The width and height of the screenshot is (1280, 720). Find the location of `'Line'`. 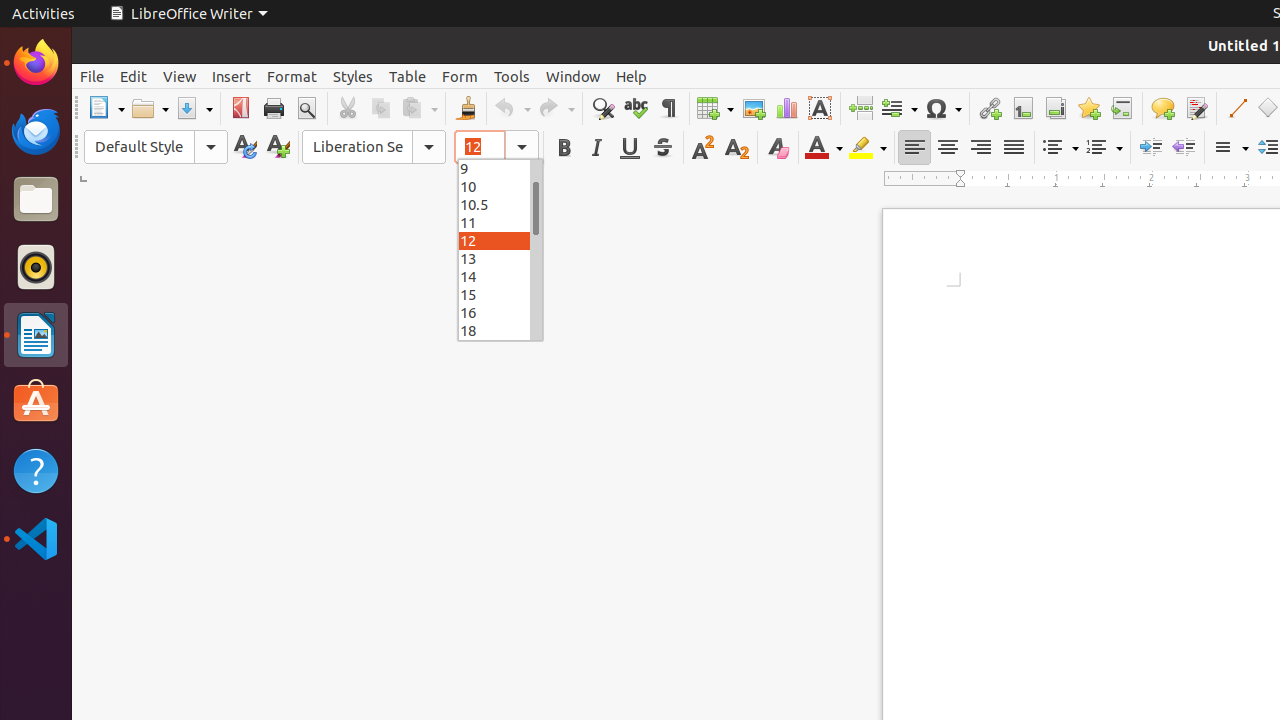

'Line' is located at coordinates (1235, 108).